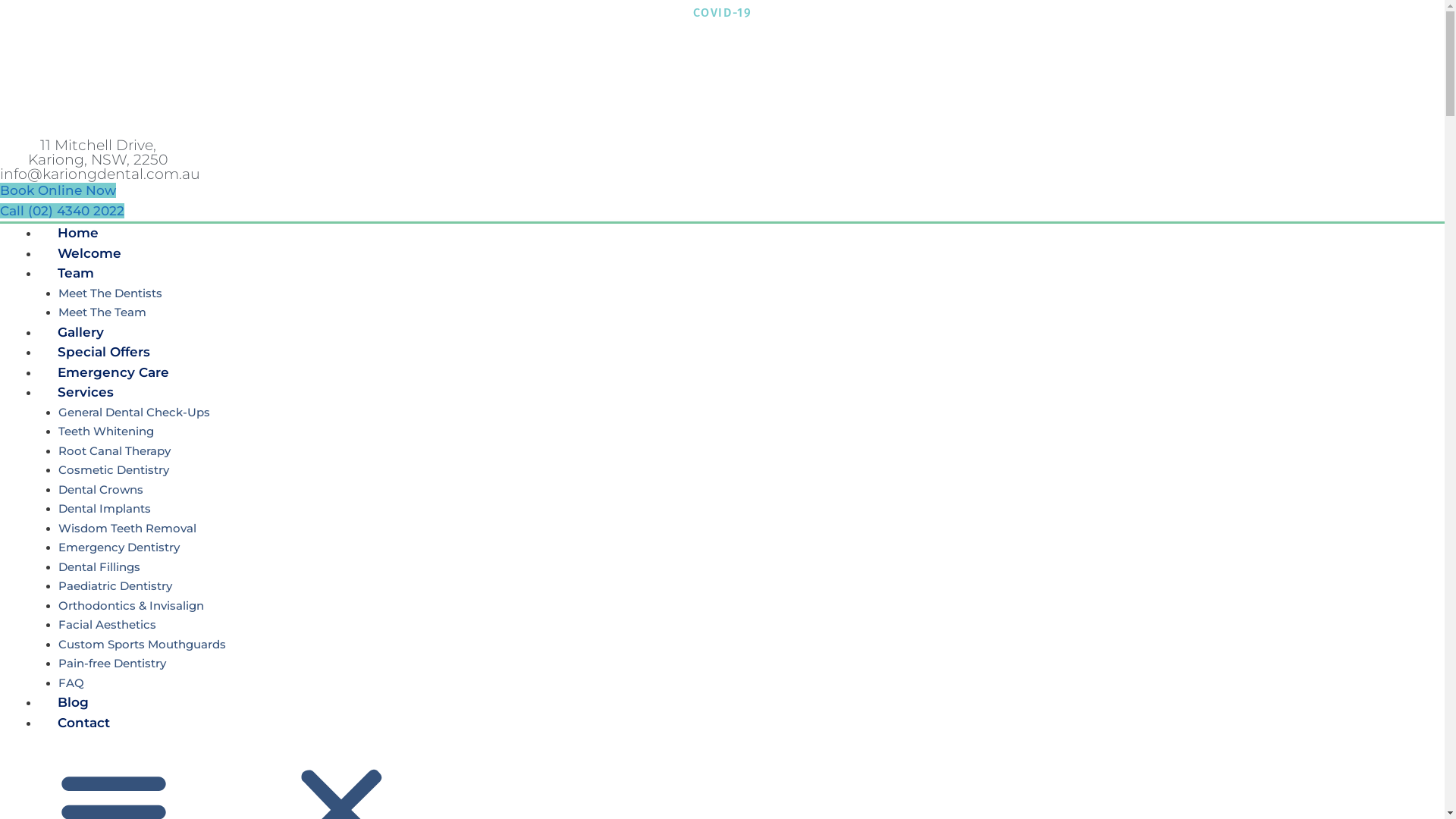 The image size is (1456, 819). What do you see at coordinates (127, 526) in the screenshot?
I see `'Wisdom Teeth Removal'` at bounding box center [127, 526].